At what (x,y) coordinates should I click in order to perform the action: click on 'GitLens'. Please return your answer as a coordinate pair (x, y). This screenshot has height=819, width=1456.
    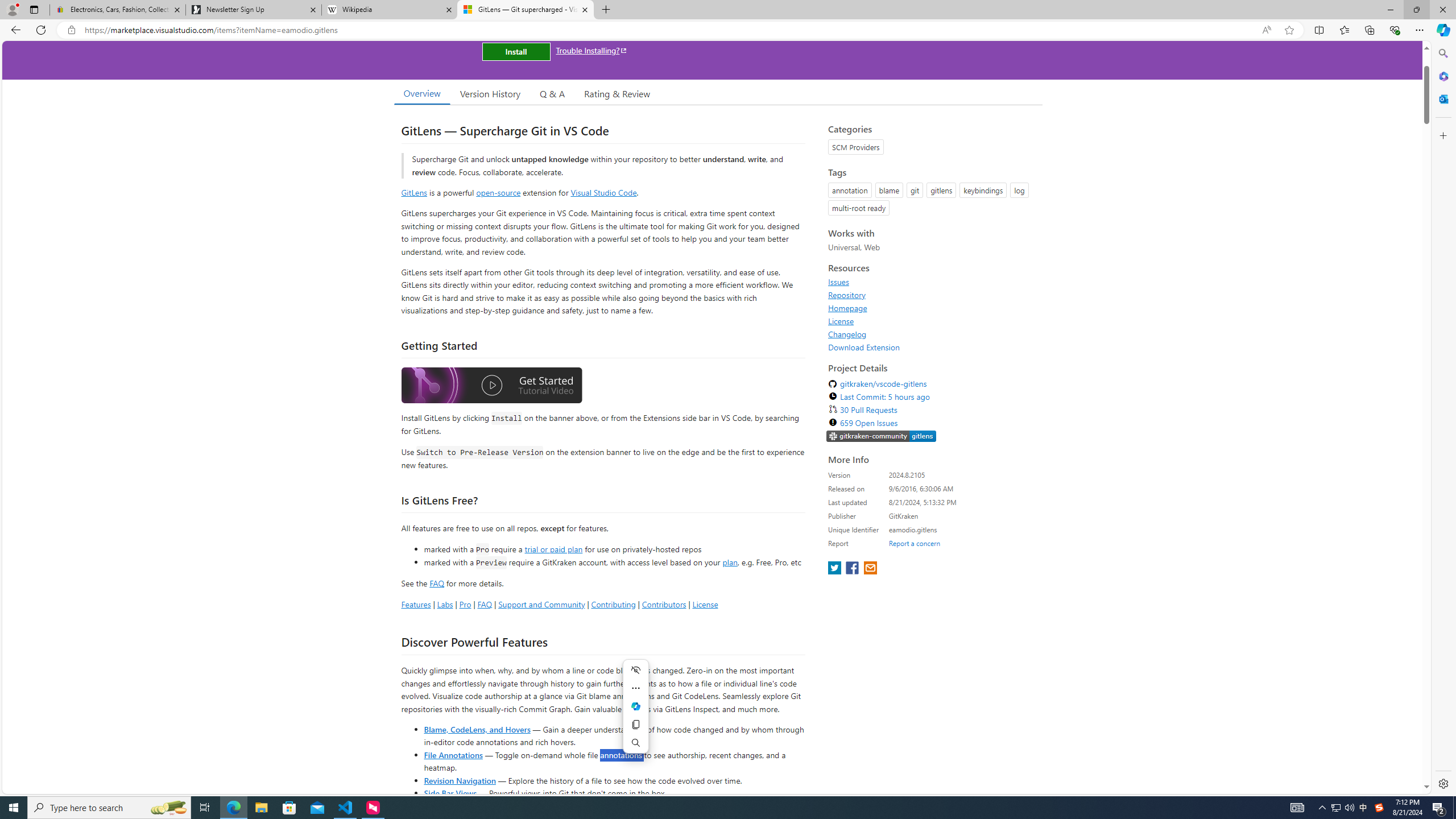
    Looking at the image, I should click on (413, 192).